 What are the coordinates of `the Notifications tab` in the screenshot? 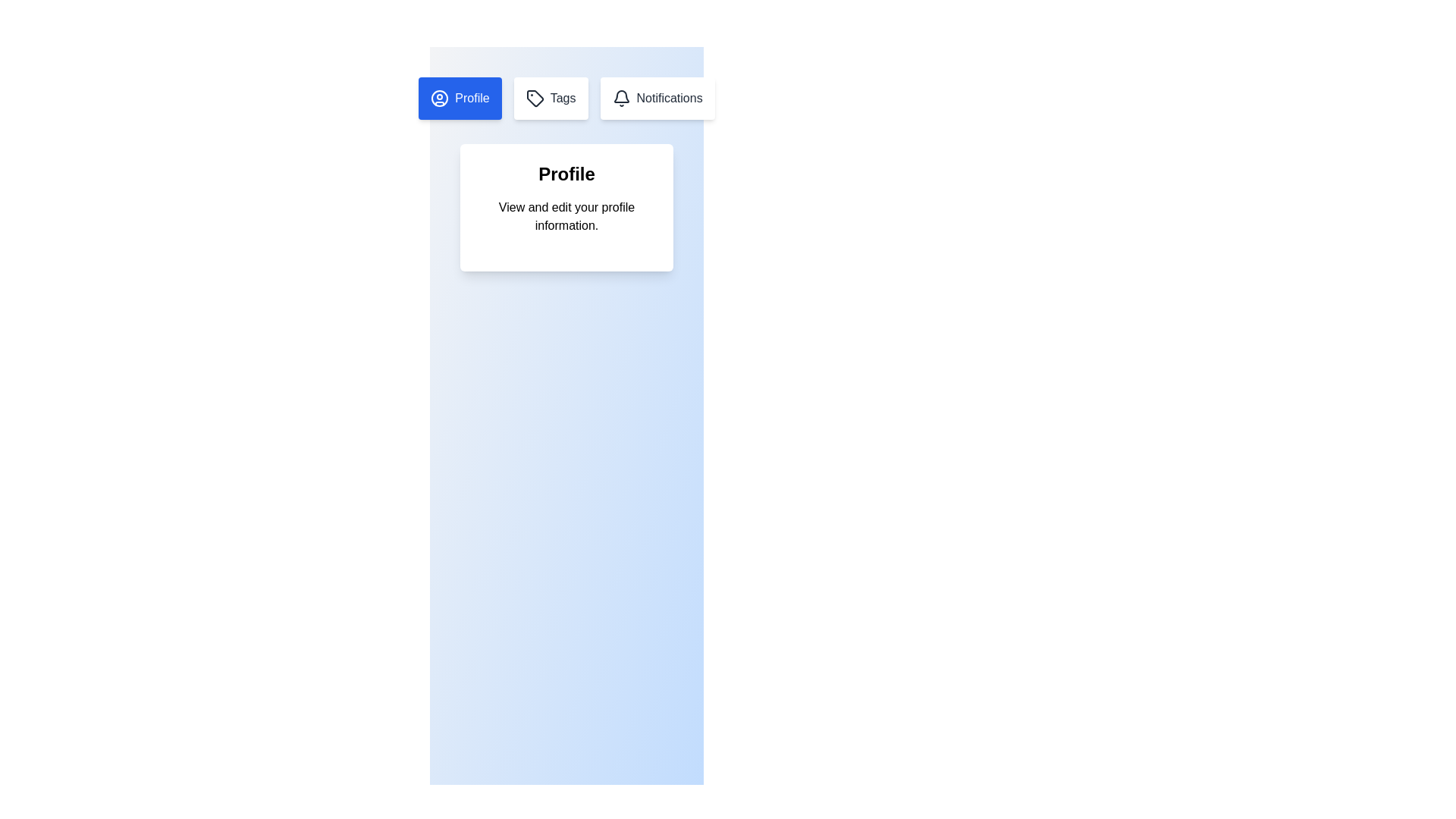 It's located at (657, 99).